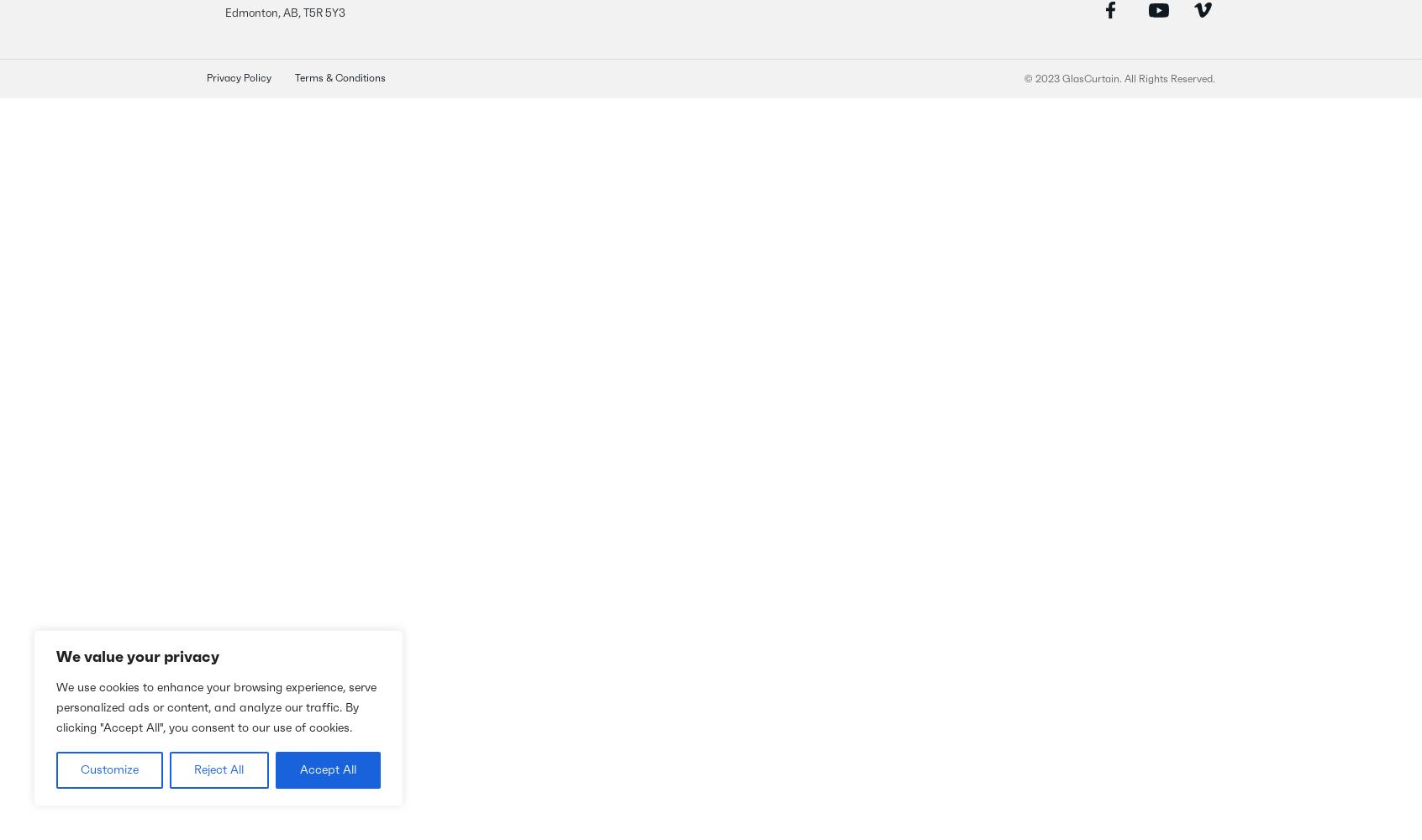 The width and height of the screenshot is (1422, 840). I want to click on '© 2023 GlasCurtain. All Rights Reserved.', so click(1119, 78).